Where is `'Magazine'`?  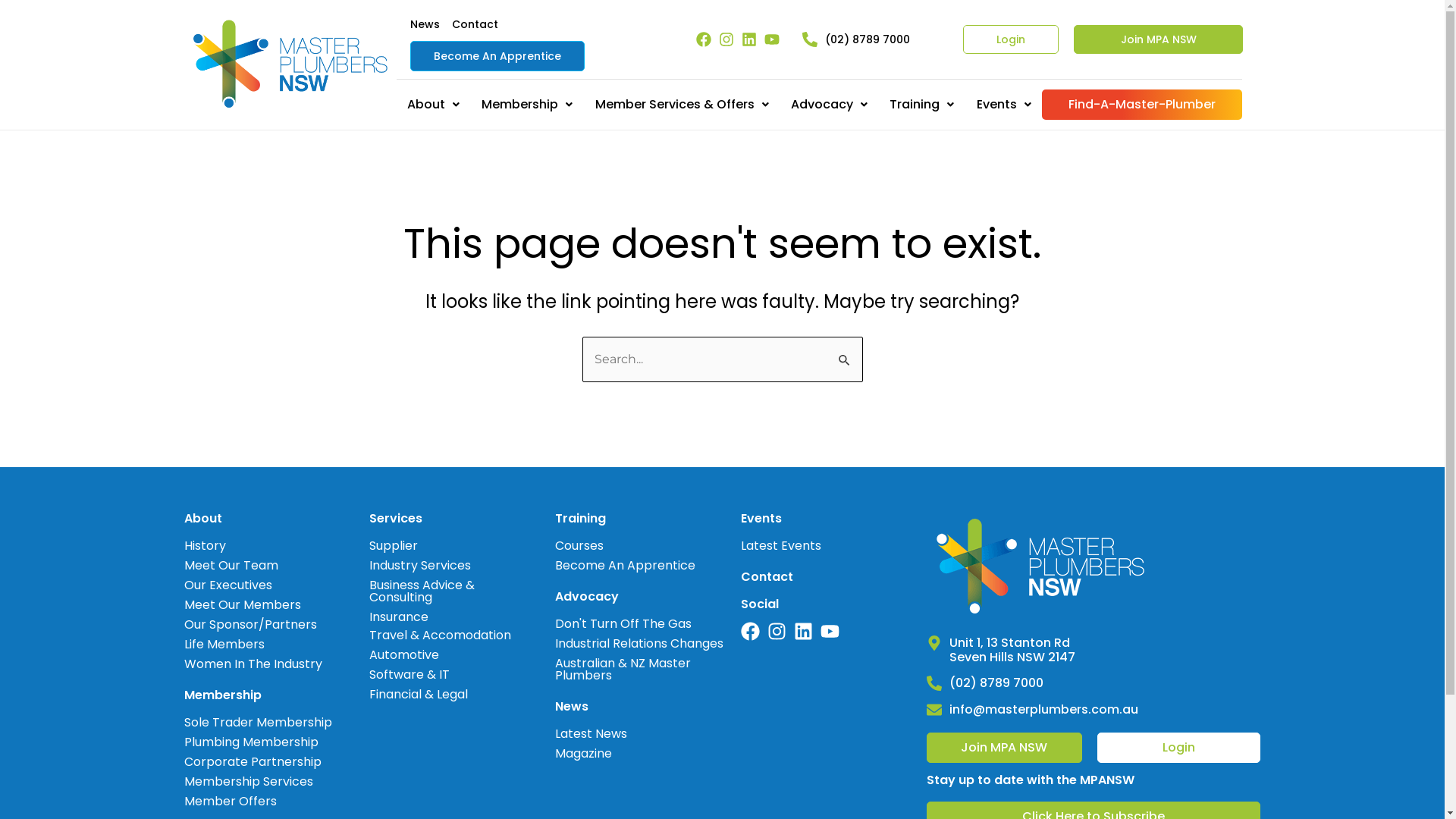
'Magazine' is located at coordinates (590, 754).